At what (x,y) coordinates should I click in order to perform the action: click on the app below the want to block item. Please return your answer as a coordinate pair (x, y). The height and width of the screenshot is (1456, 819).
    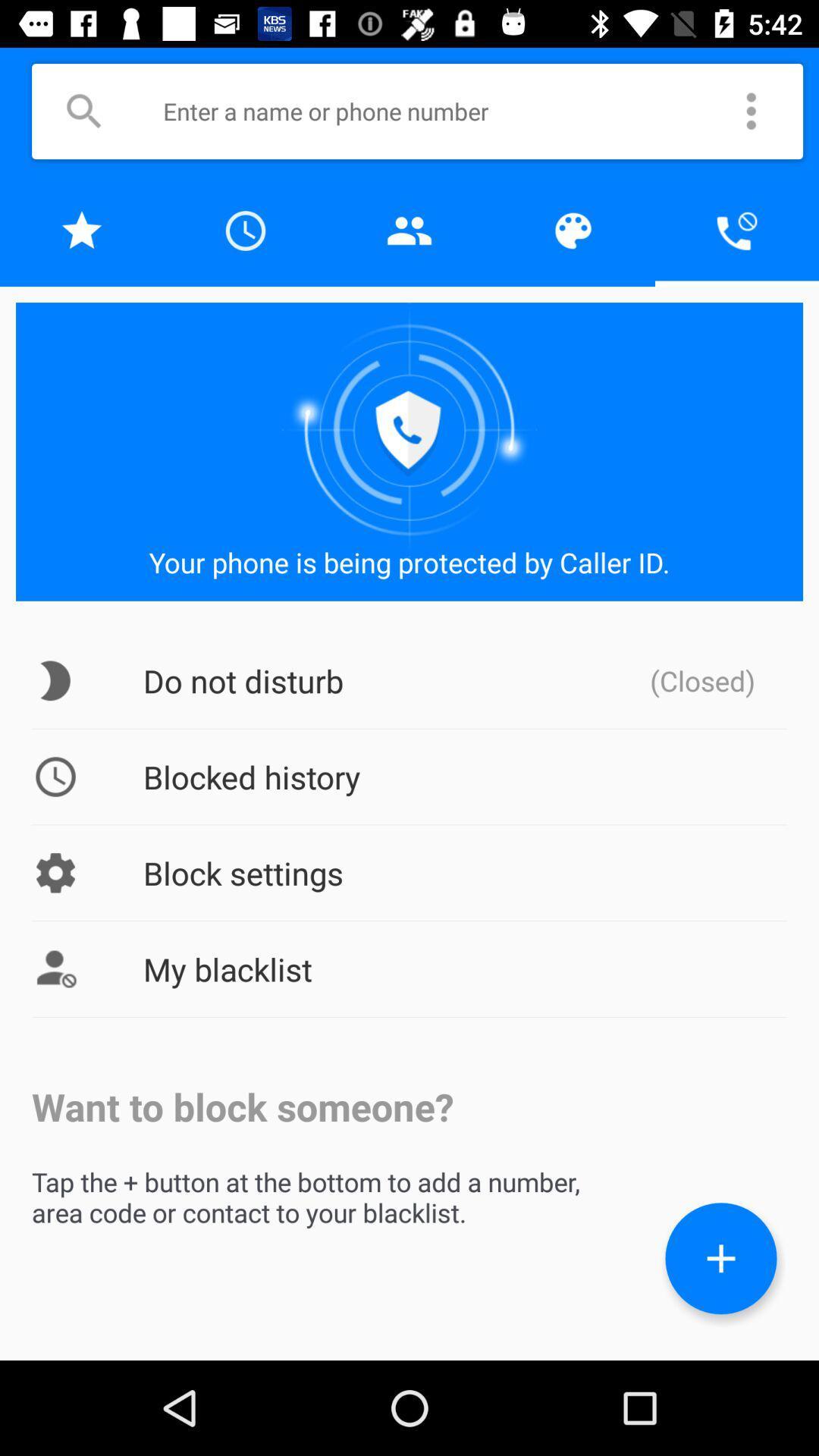
    Looking at the image, I should click on (720, 1258).